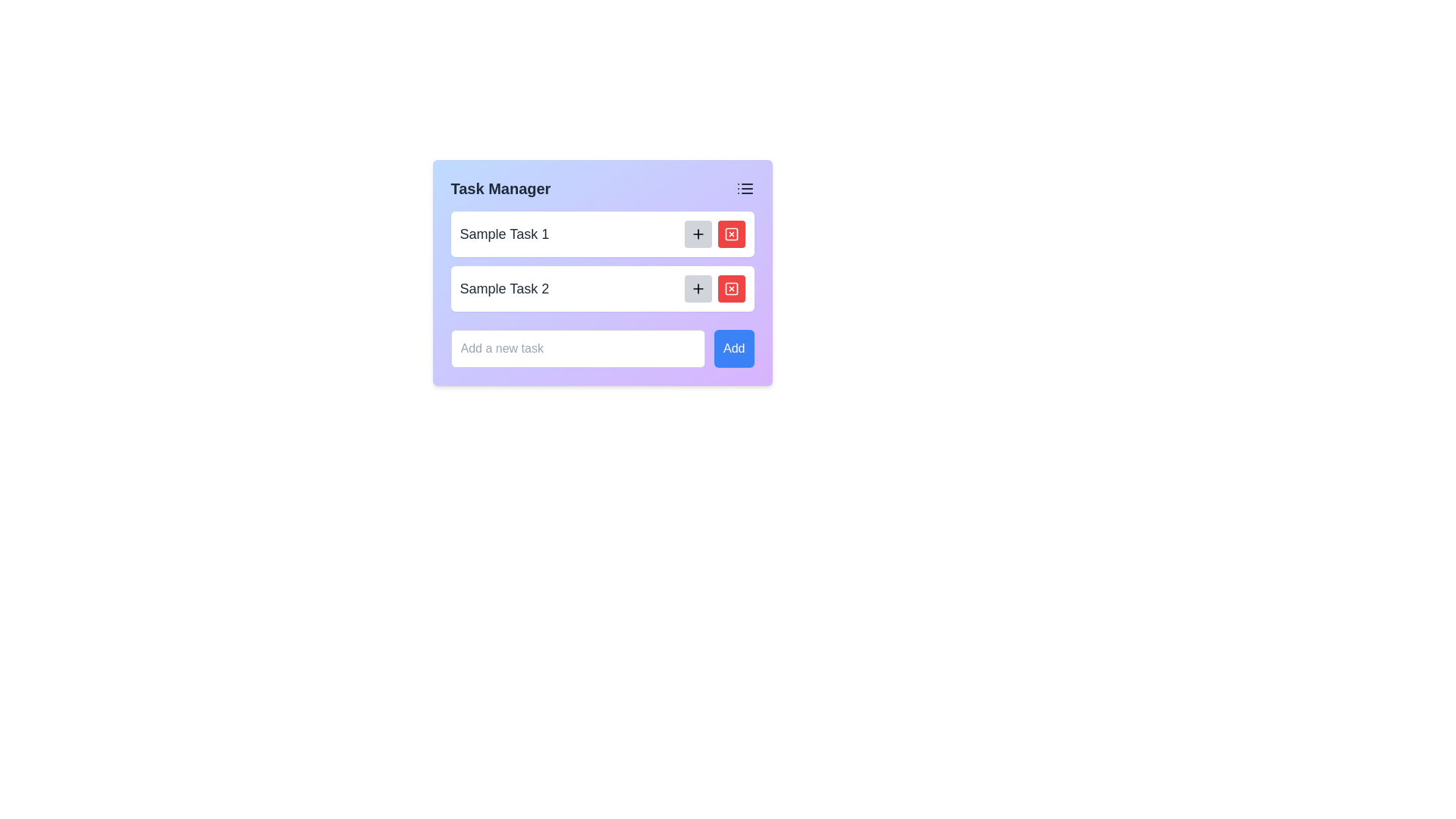 The height and width of the screenshot is (819, 1456). Describe the element at coordinates (745, 188) in the screenshot. I see `the list icon located in the top-right corner of the Task Manager interface` at that location.